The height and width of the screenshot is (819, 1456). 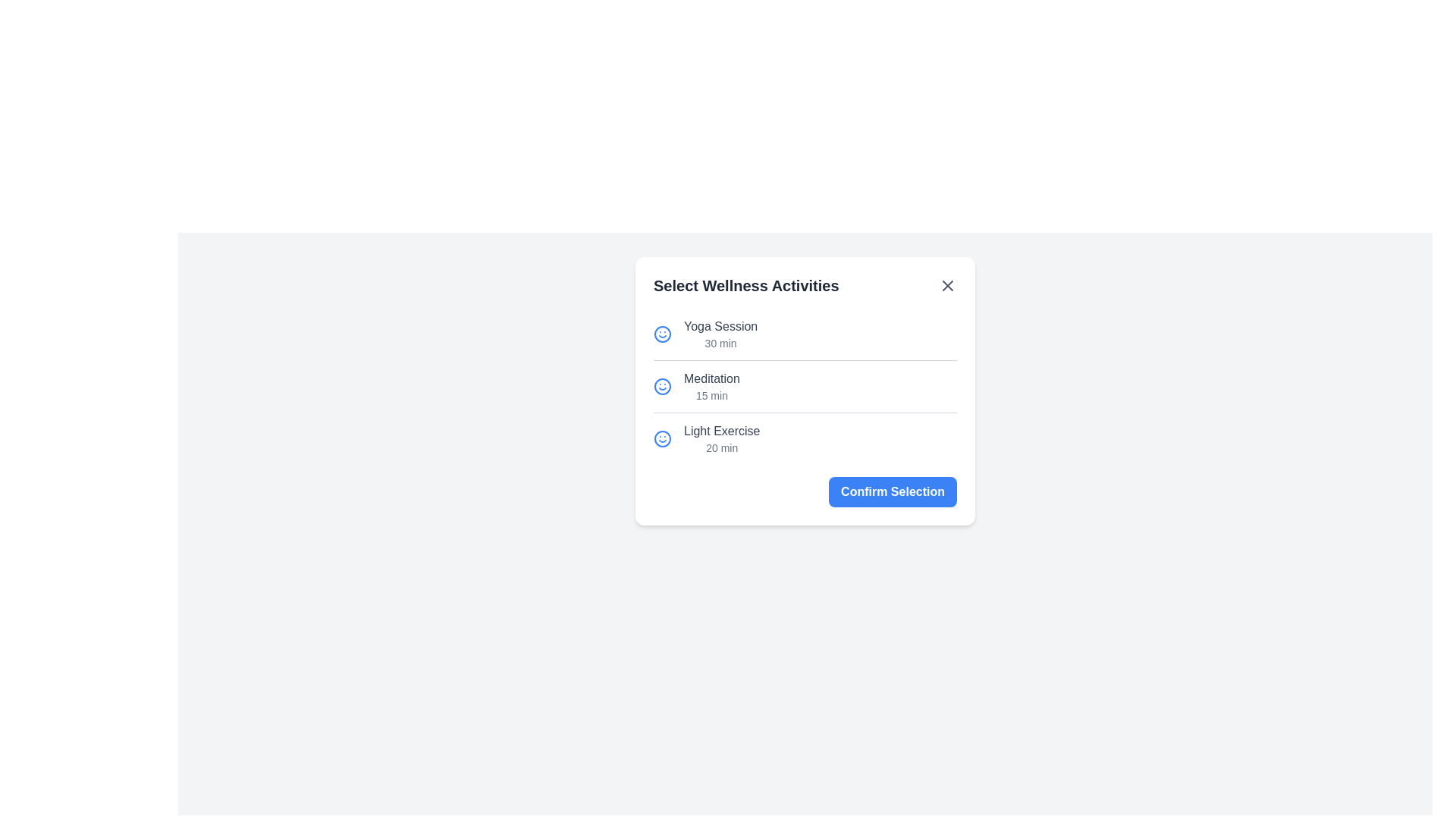 I want to click on the close button to dismiss the dialog, so click(x=946, y=286).